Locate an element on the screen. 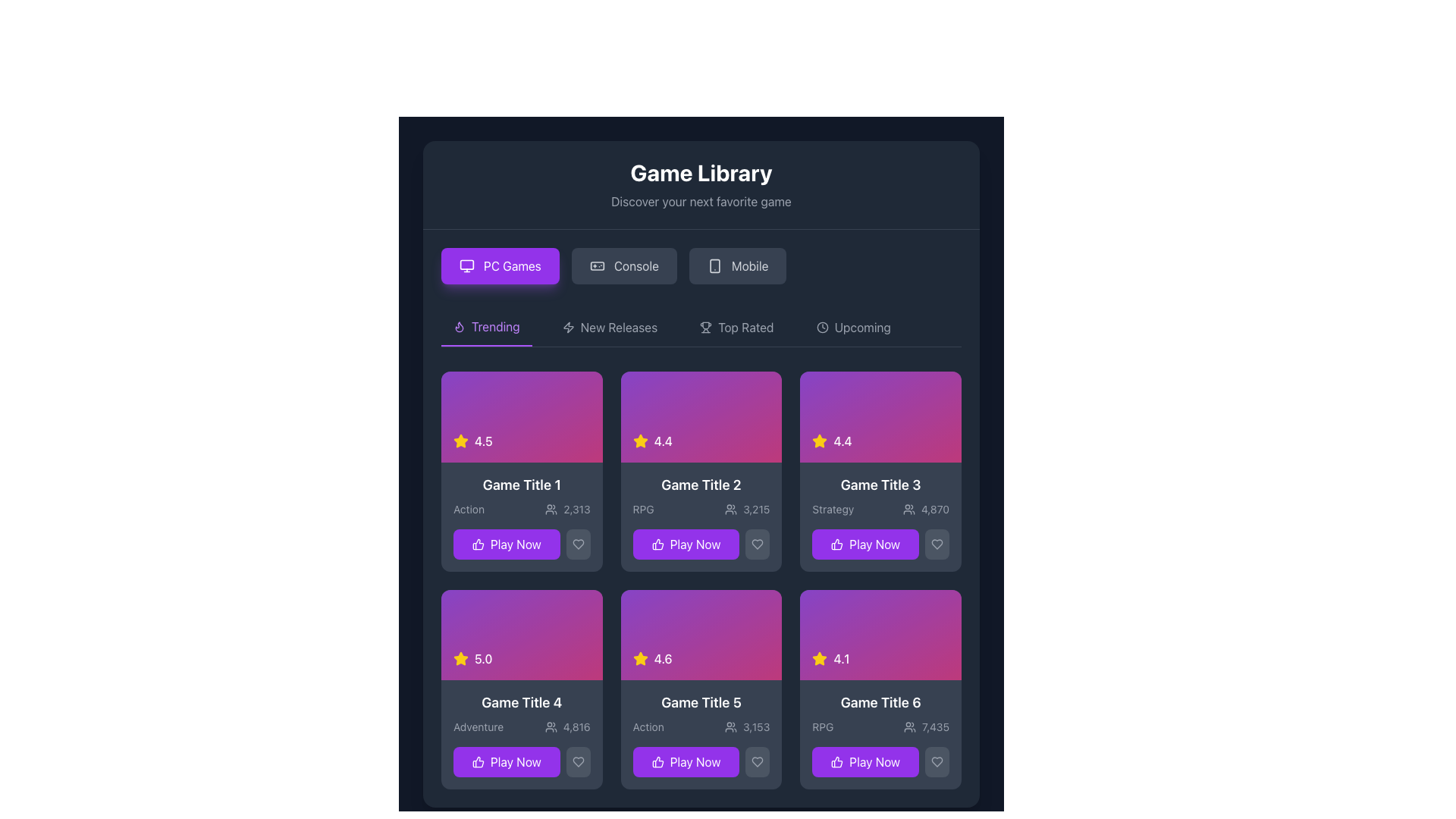 Image resolution: width=1456 pixels, height=819 pixels. rectangular shape with rounded corners that is part of the smartphone icon, located at the top-left corner of the icon is located at coordinates (714, 265).